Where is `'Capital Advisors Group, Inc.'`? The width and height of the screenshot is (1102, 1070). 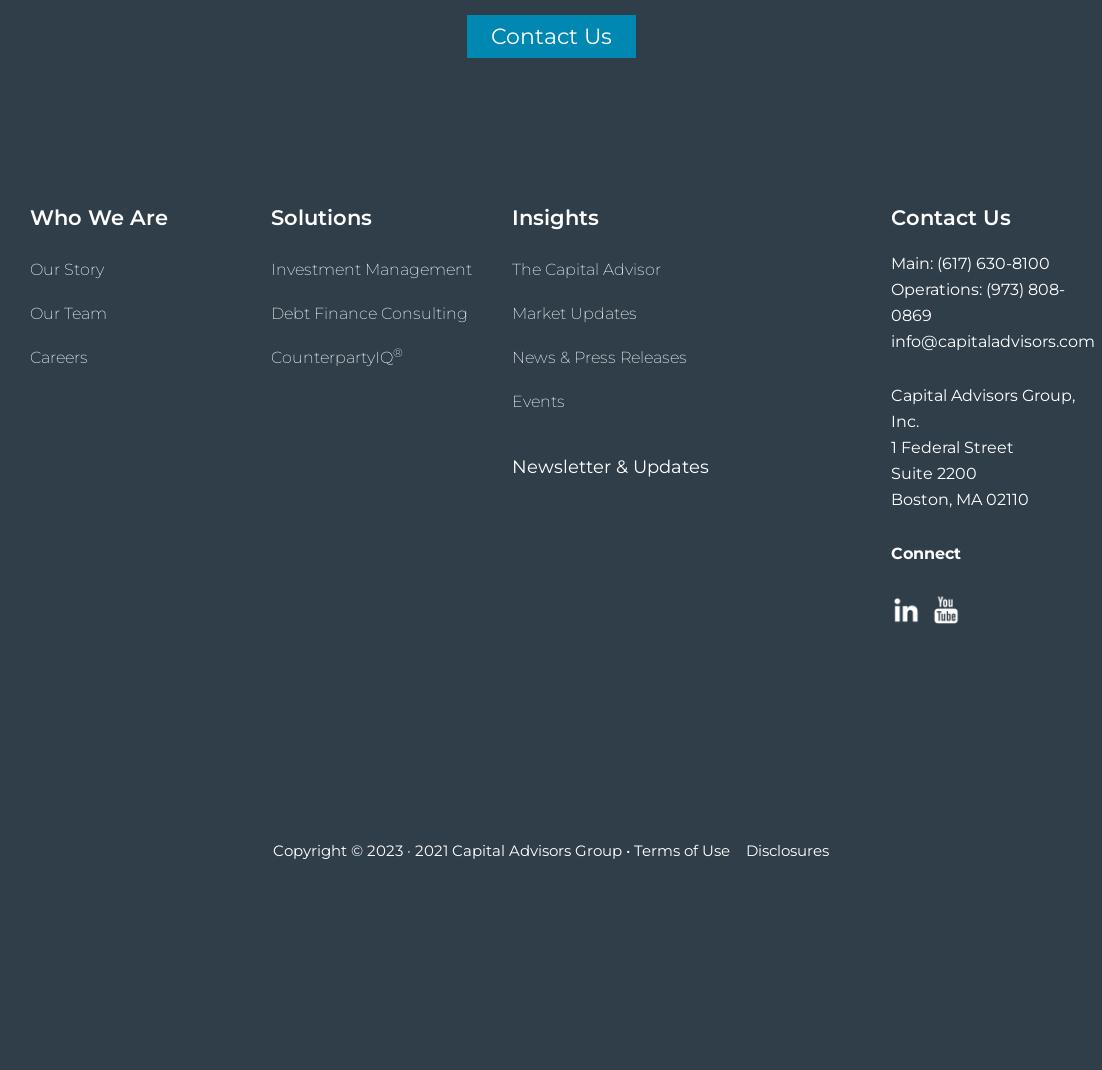
'Capital Advisors Group, Inc.' is located at coordinates (981, 406).